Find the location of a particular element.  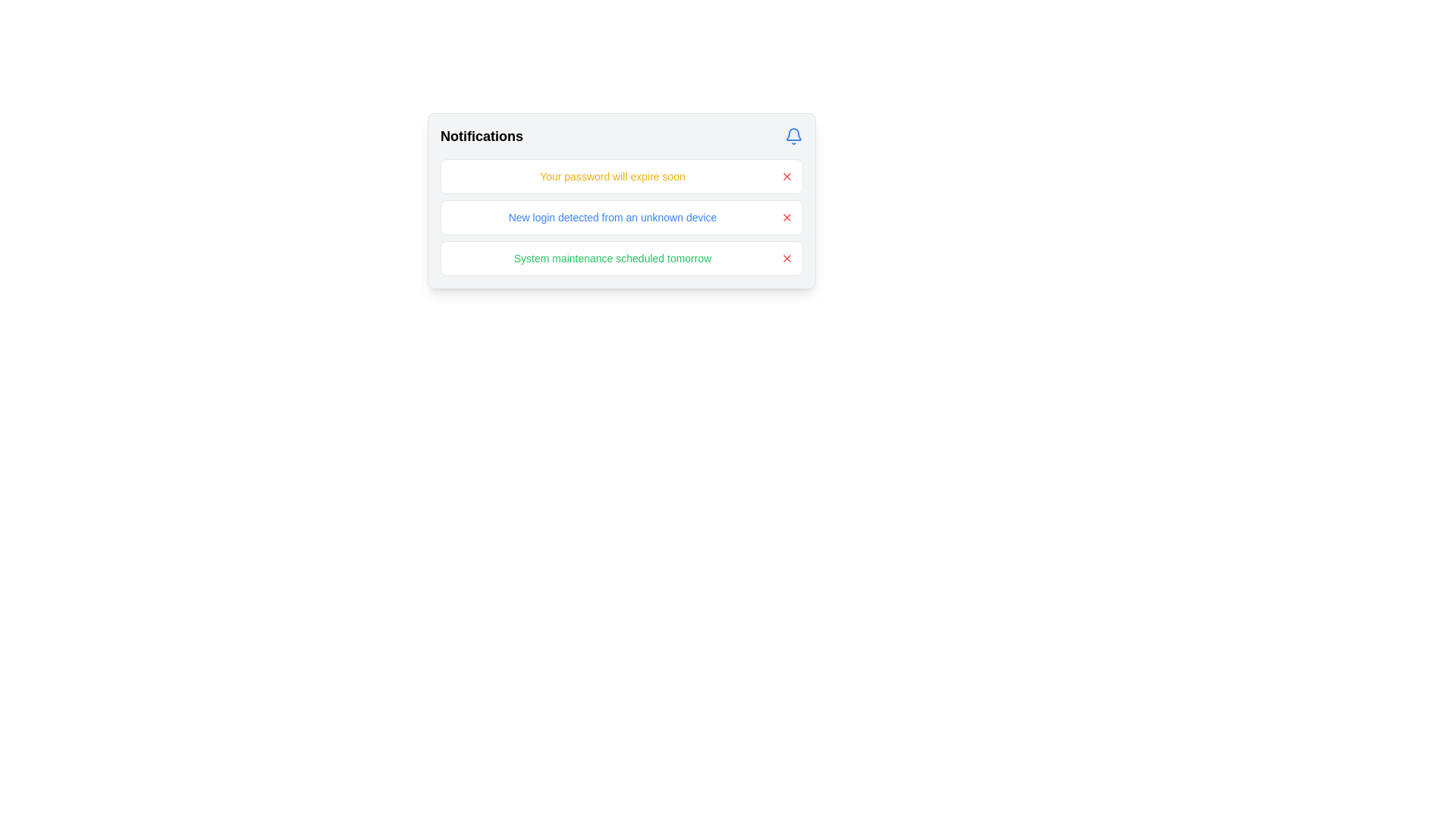

the notification about a new login detected from an unknown device is located at coordinates (622, 217).